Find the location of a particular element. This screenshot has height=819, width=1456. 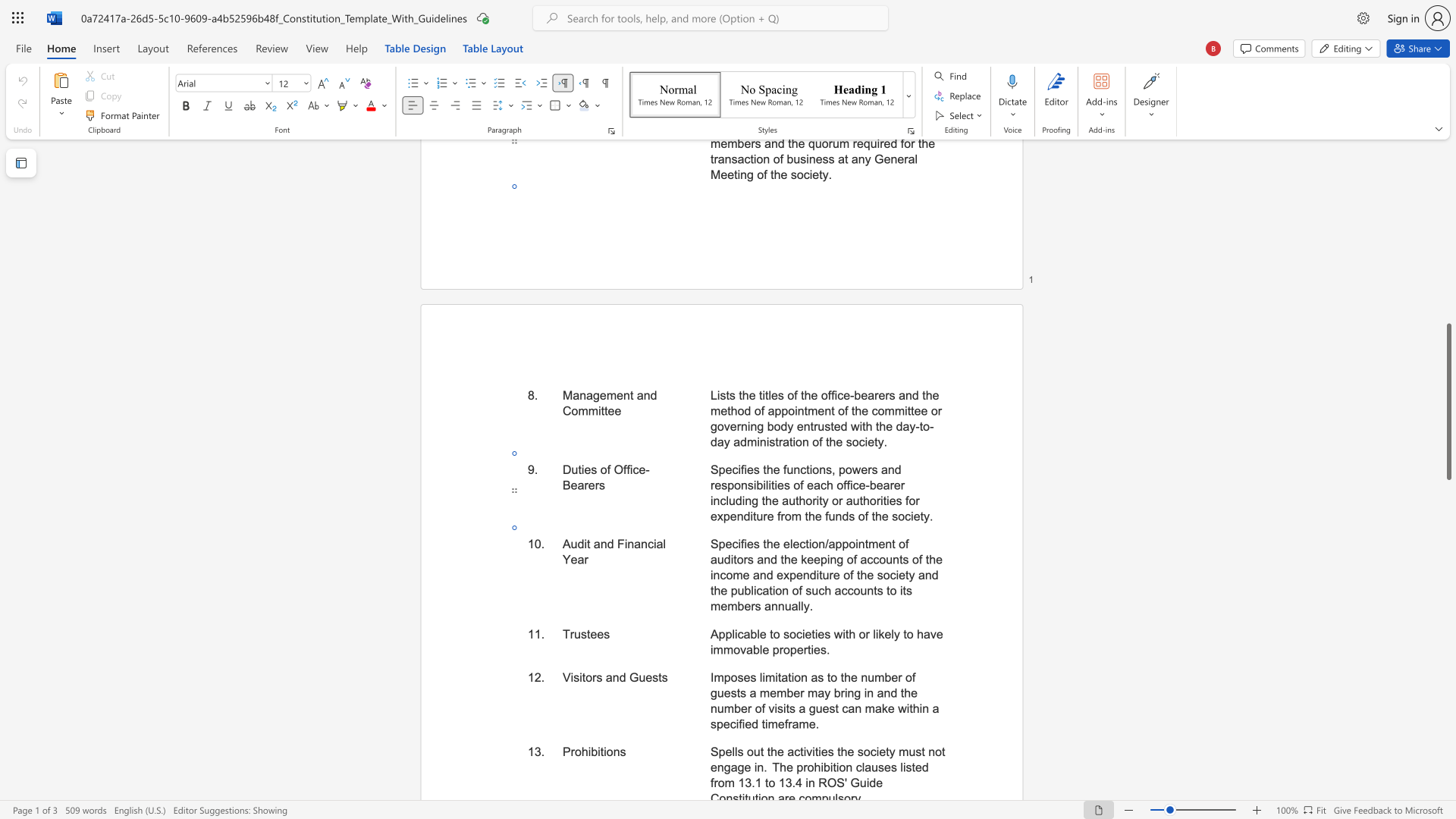

the 3th character "o" in the text is located at coordinates (862, 634).